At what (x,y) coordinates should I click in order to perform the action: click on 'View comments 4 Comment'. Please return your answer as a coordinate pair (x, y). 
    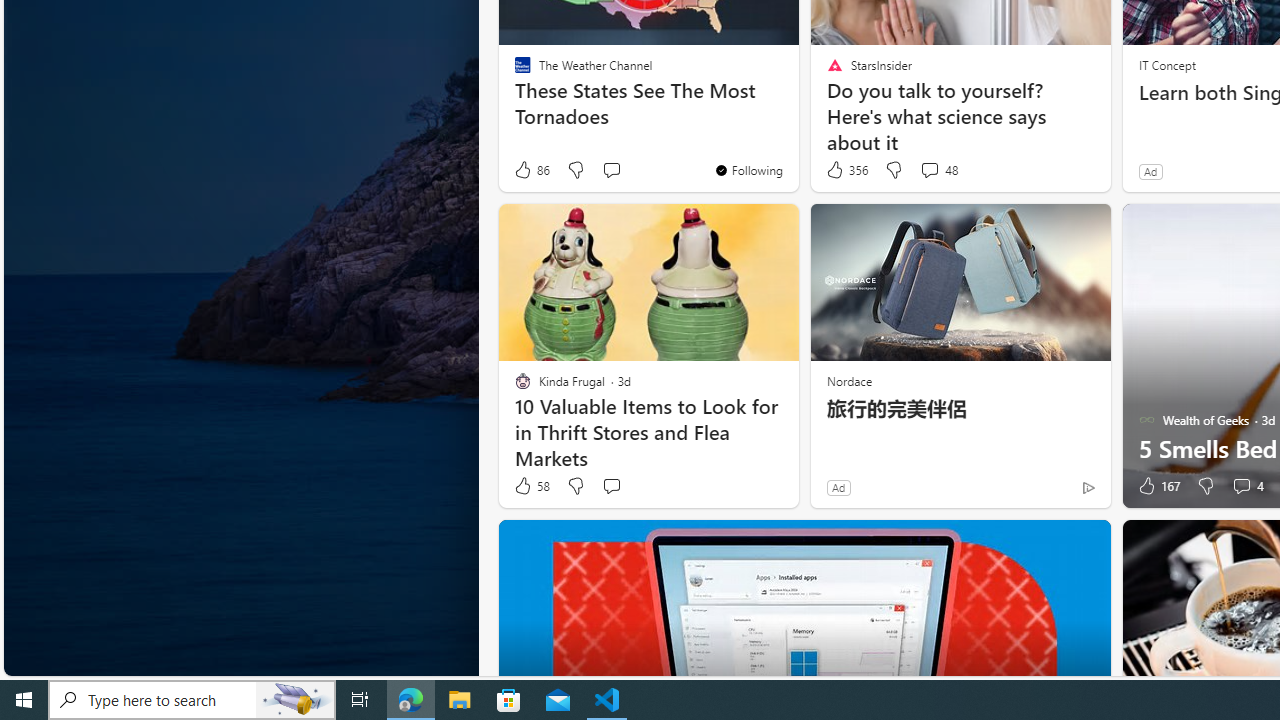
    Looking at the image, I should click on (1240, 486).